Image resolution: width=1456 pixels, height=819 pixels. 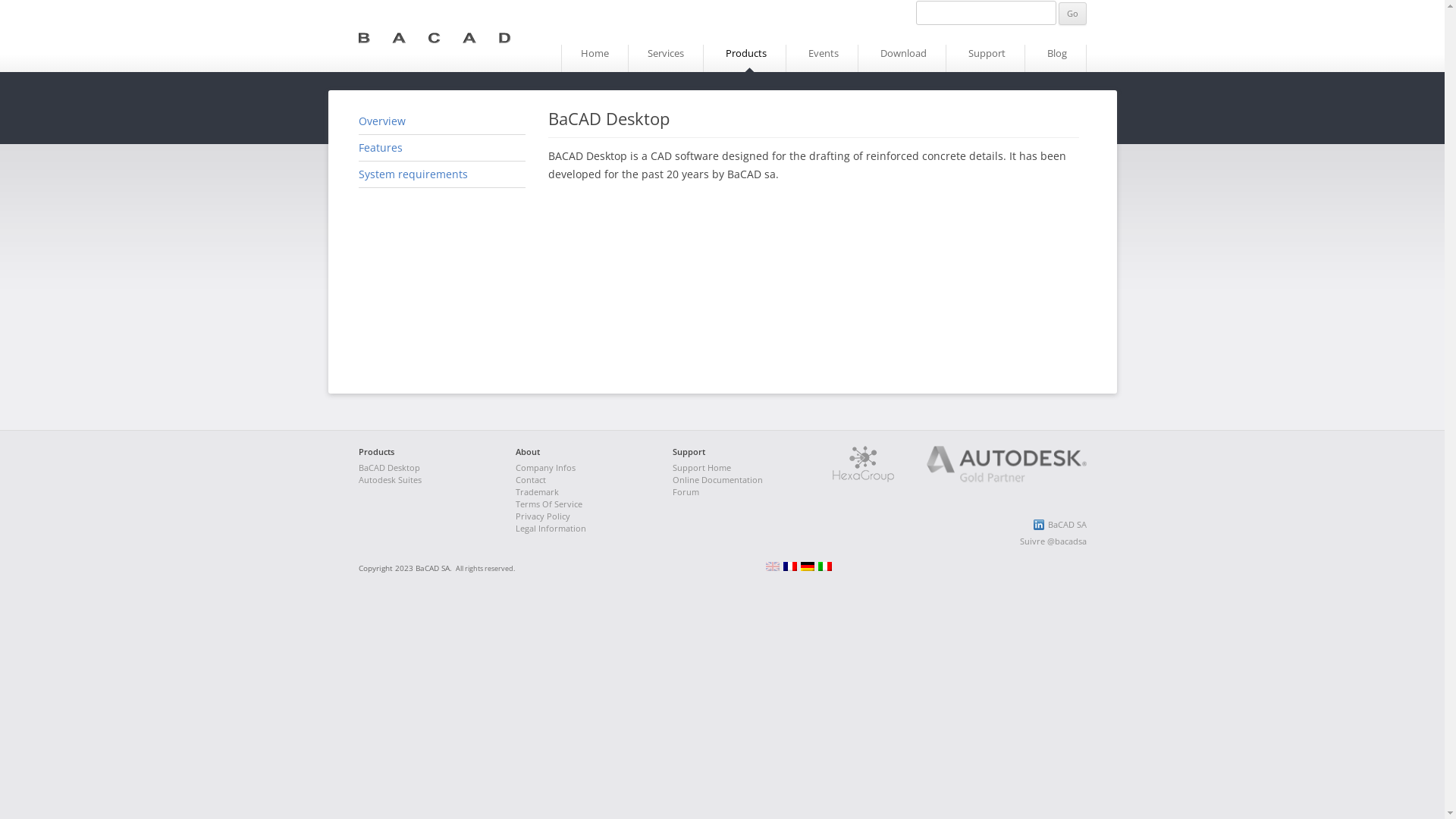 I want to click on 'Forum', so click(x=685, y=491).